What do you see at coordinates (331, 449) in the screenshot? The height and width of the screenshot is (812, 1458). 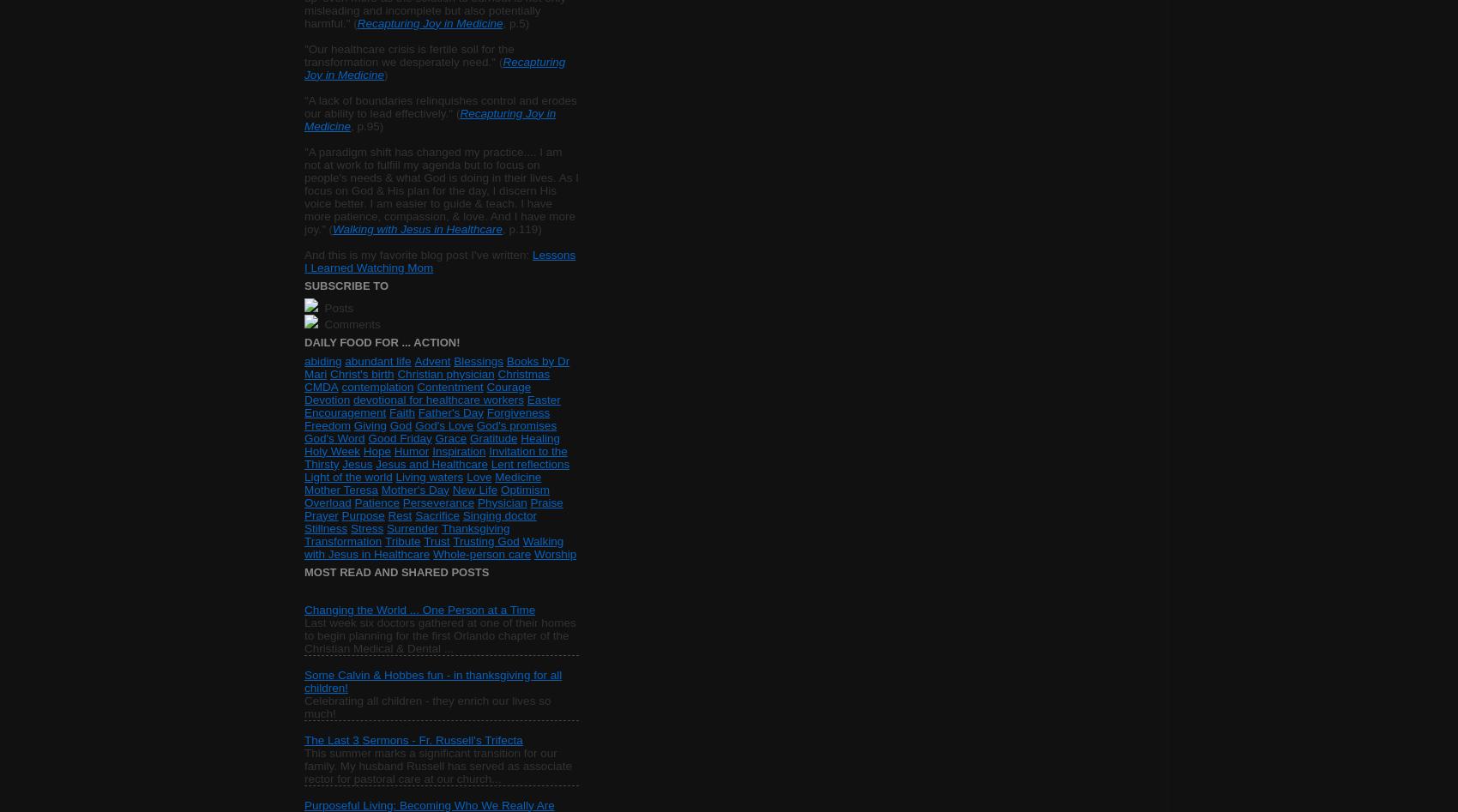 I see `'Holy Week'` at bounding box center [331, 449].